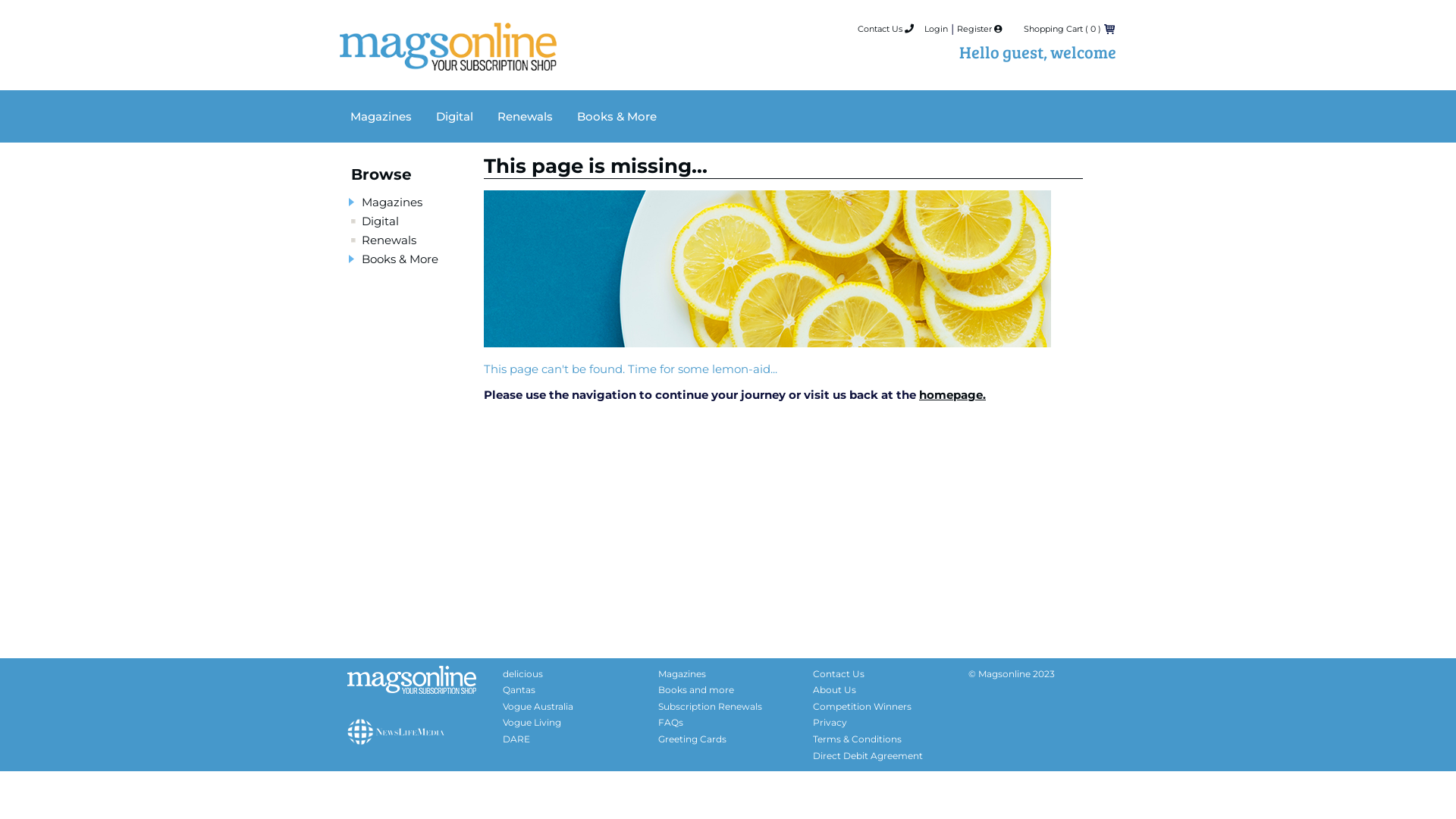  I want to click on 'Direct Debit Agreement', so click(868, 755).